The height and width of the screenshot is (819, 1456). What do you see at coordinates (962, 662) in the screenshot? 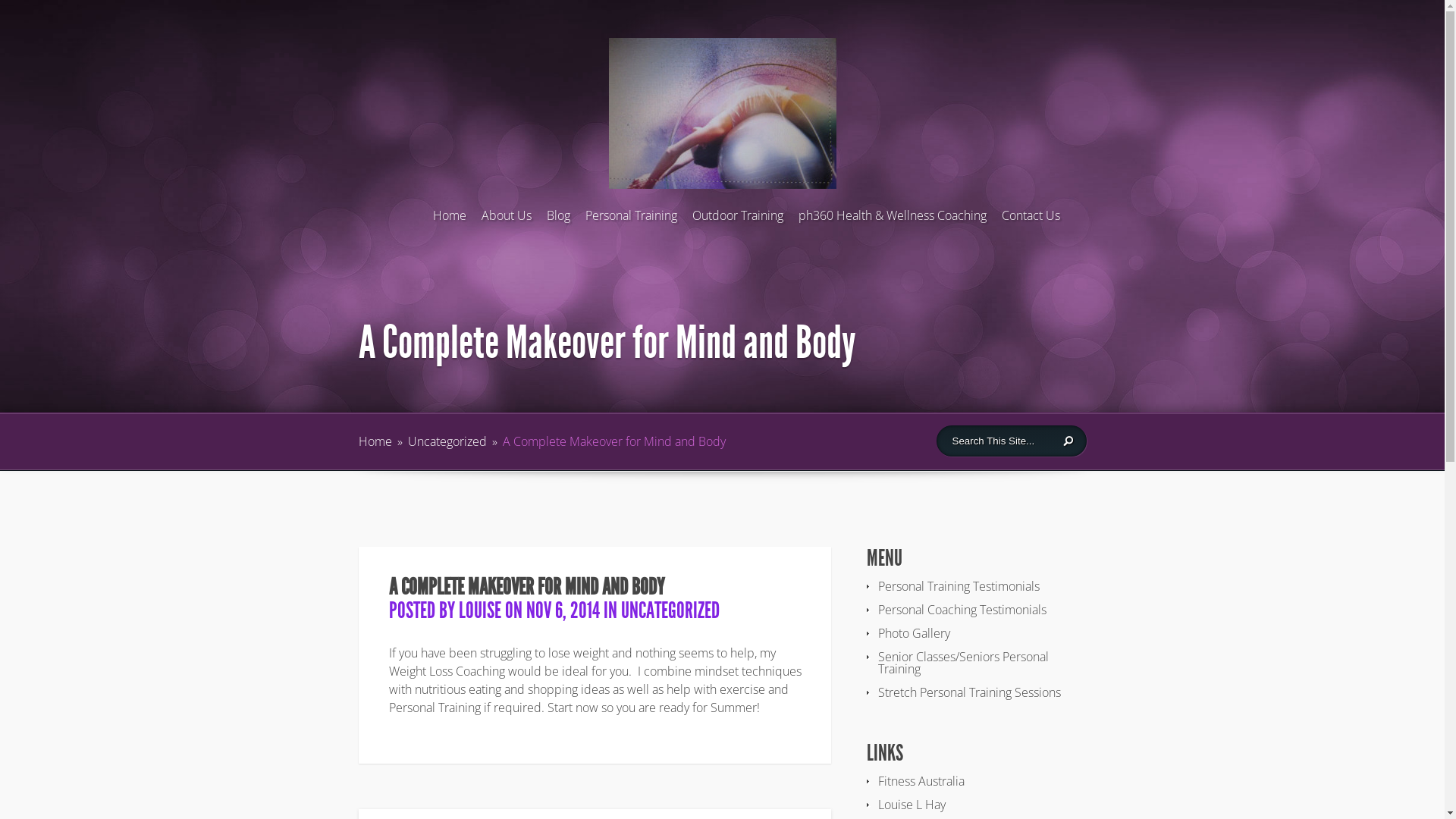
I see `'Senior Classes/Seniors Personal Training'` at bounding box center [962, 662].